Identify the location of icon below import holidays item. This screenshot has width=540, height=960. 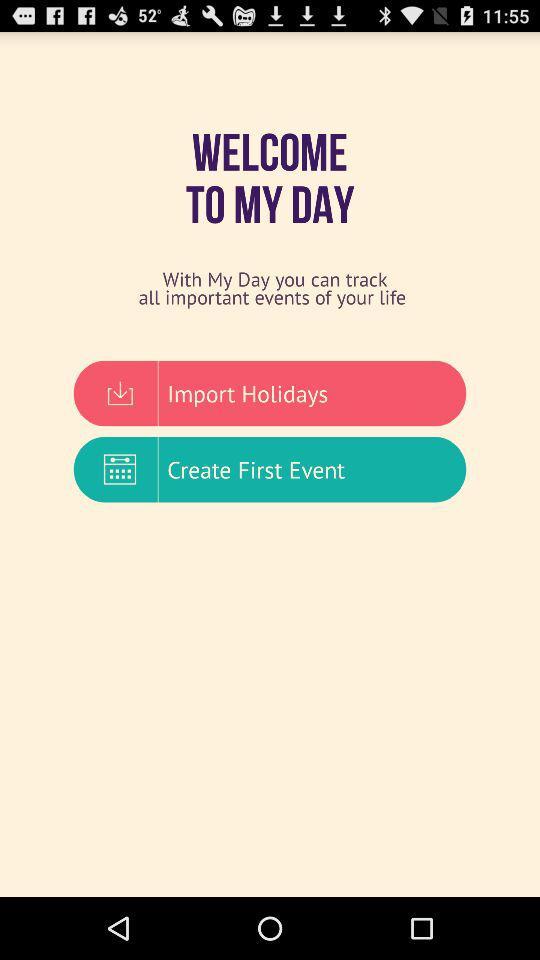
(270, 469).